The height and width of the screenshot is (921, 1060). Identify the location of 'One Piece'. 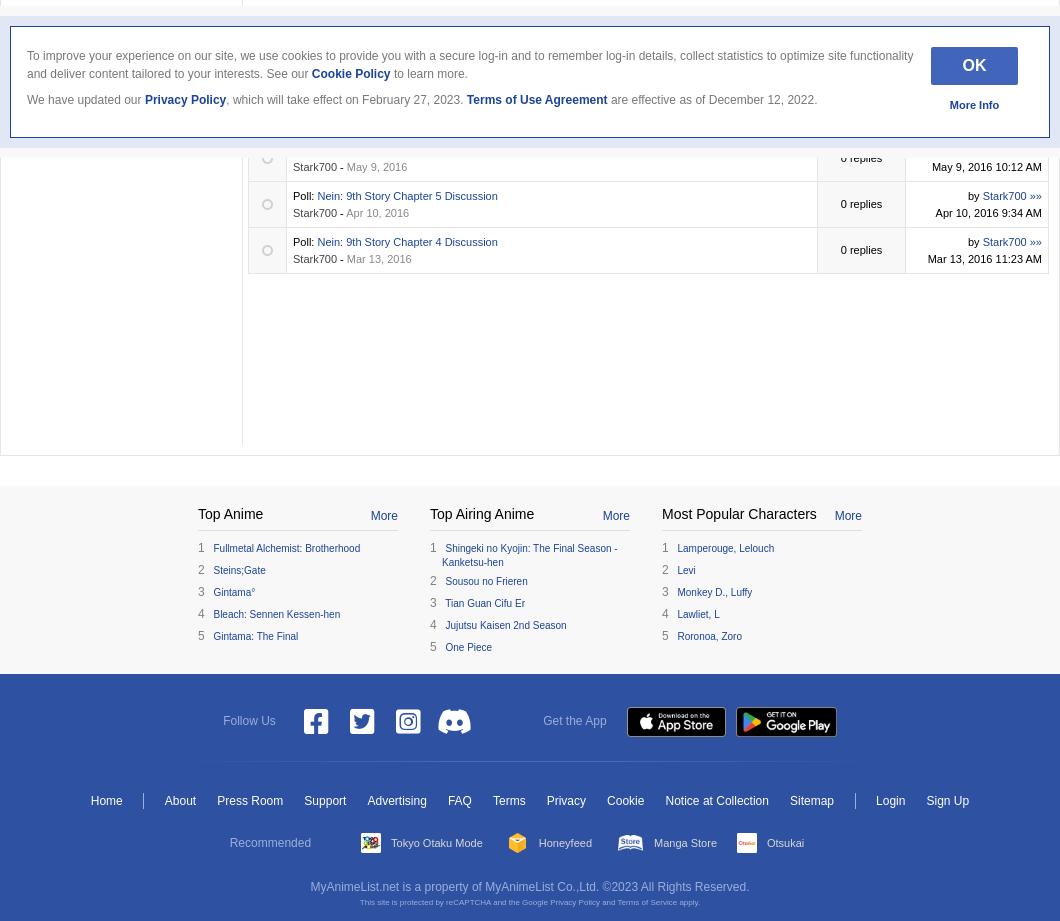
(467, 646).